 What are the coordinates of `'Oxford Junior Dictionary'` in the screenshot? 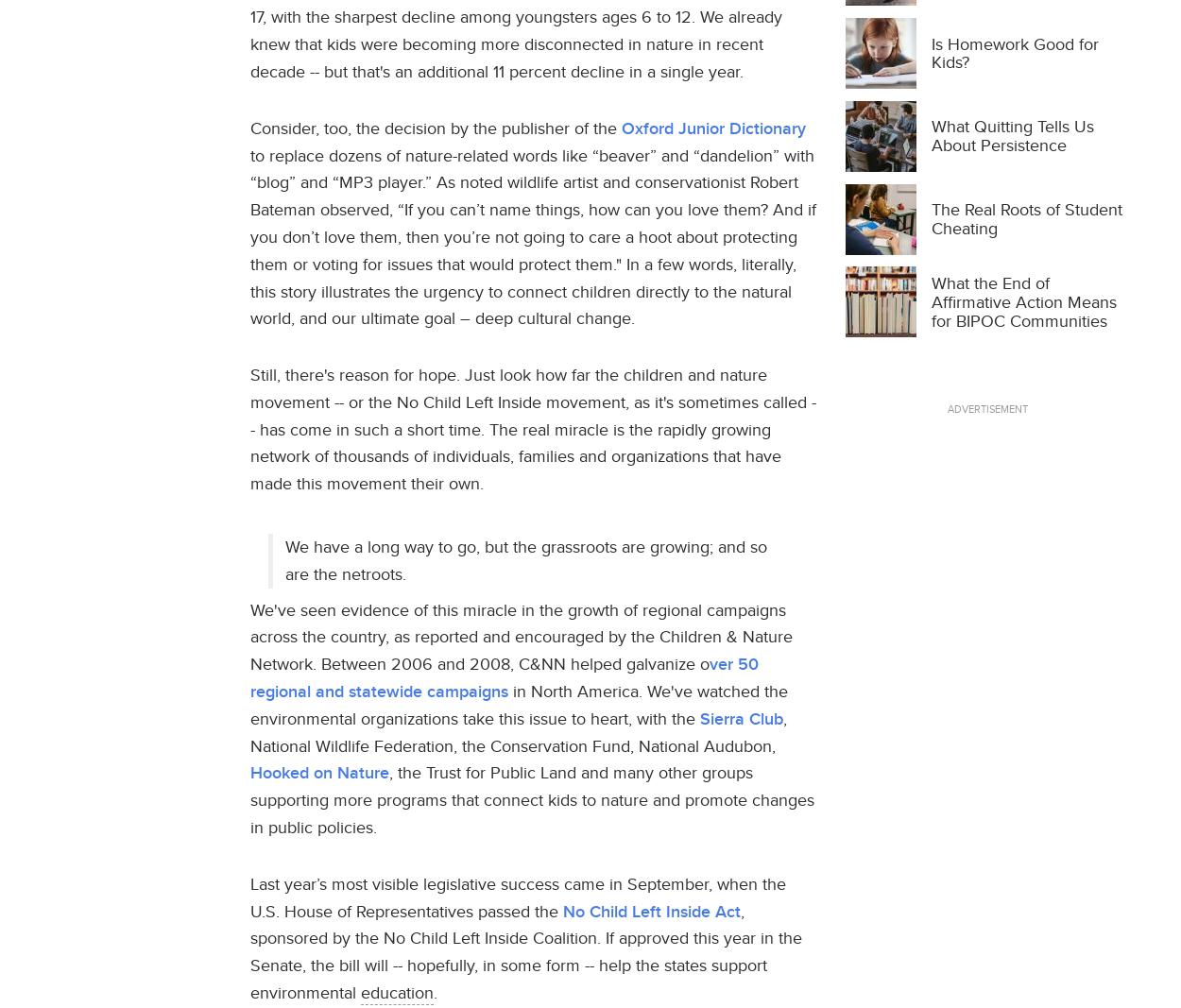 It's located at (713, 126).